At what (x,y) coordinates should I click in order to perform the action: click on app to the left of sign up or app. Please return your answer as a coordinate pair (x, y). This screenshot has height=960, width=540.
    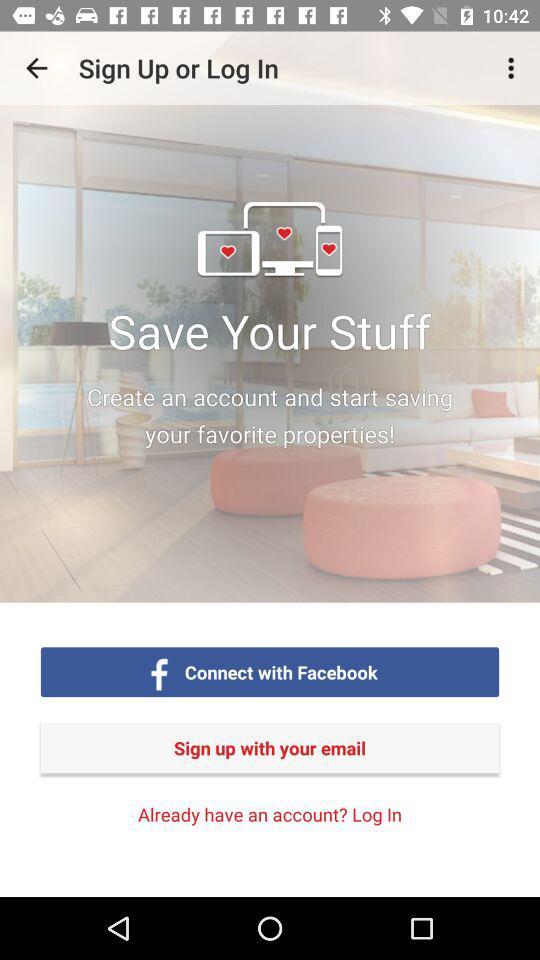
    Looking at the image, I should click on (36, 68).